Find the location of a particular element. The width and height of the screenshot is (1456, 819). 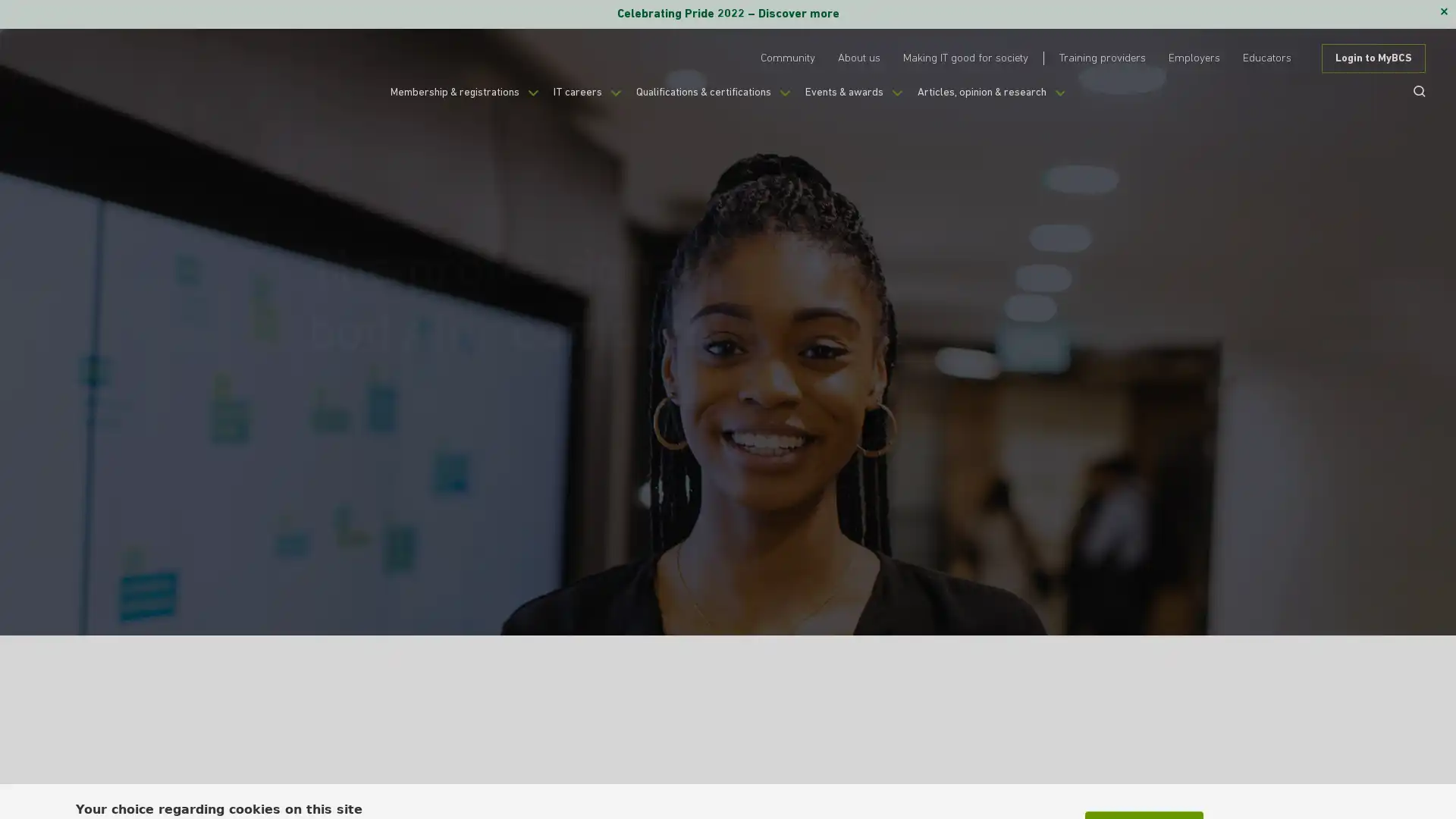

Events & awards is located at coordinates (867, 100).